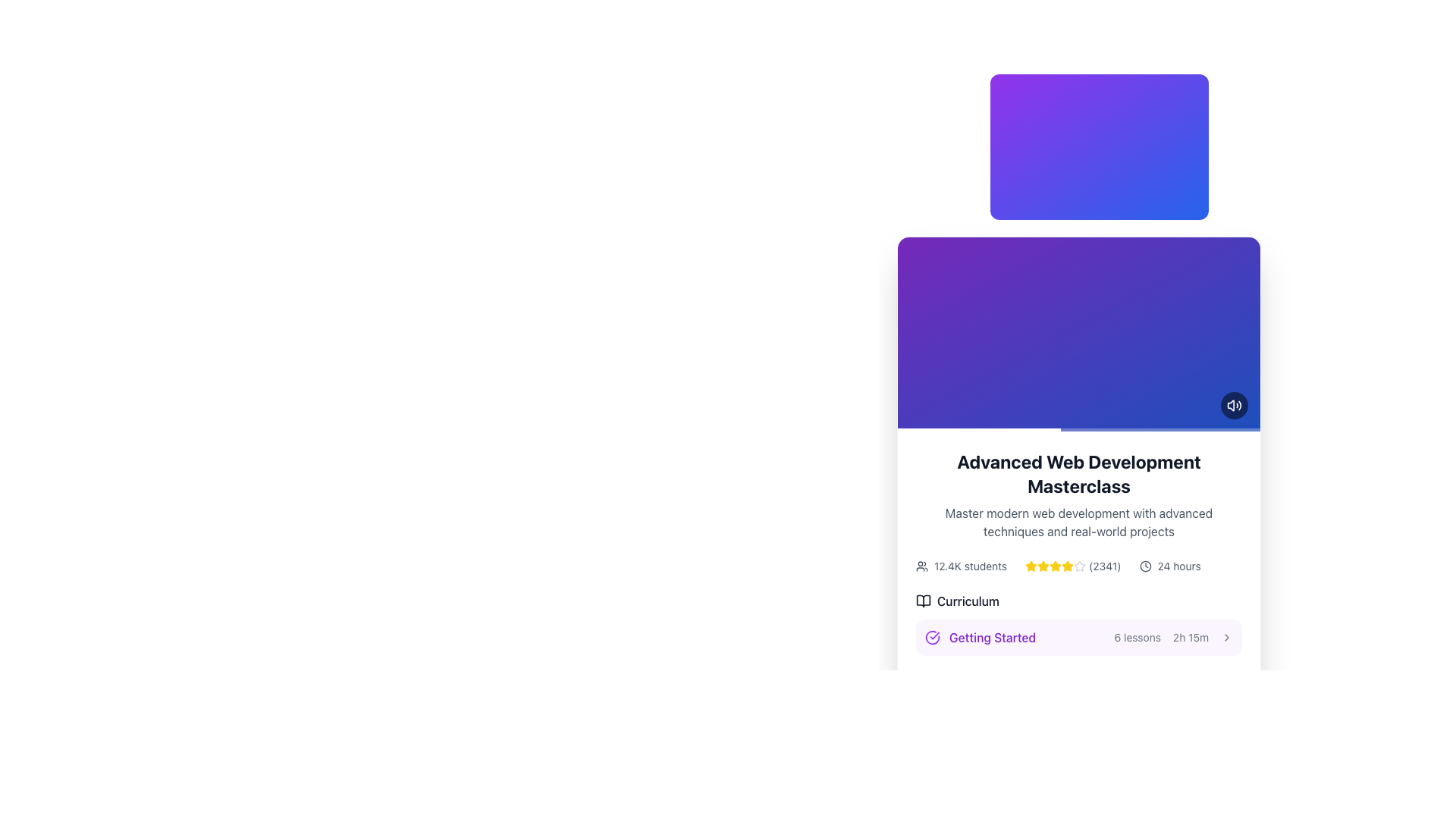  I want to click on the circular button with a speaker icon on a blue gradient background, so click(1234, 405).